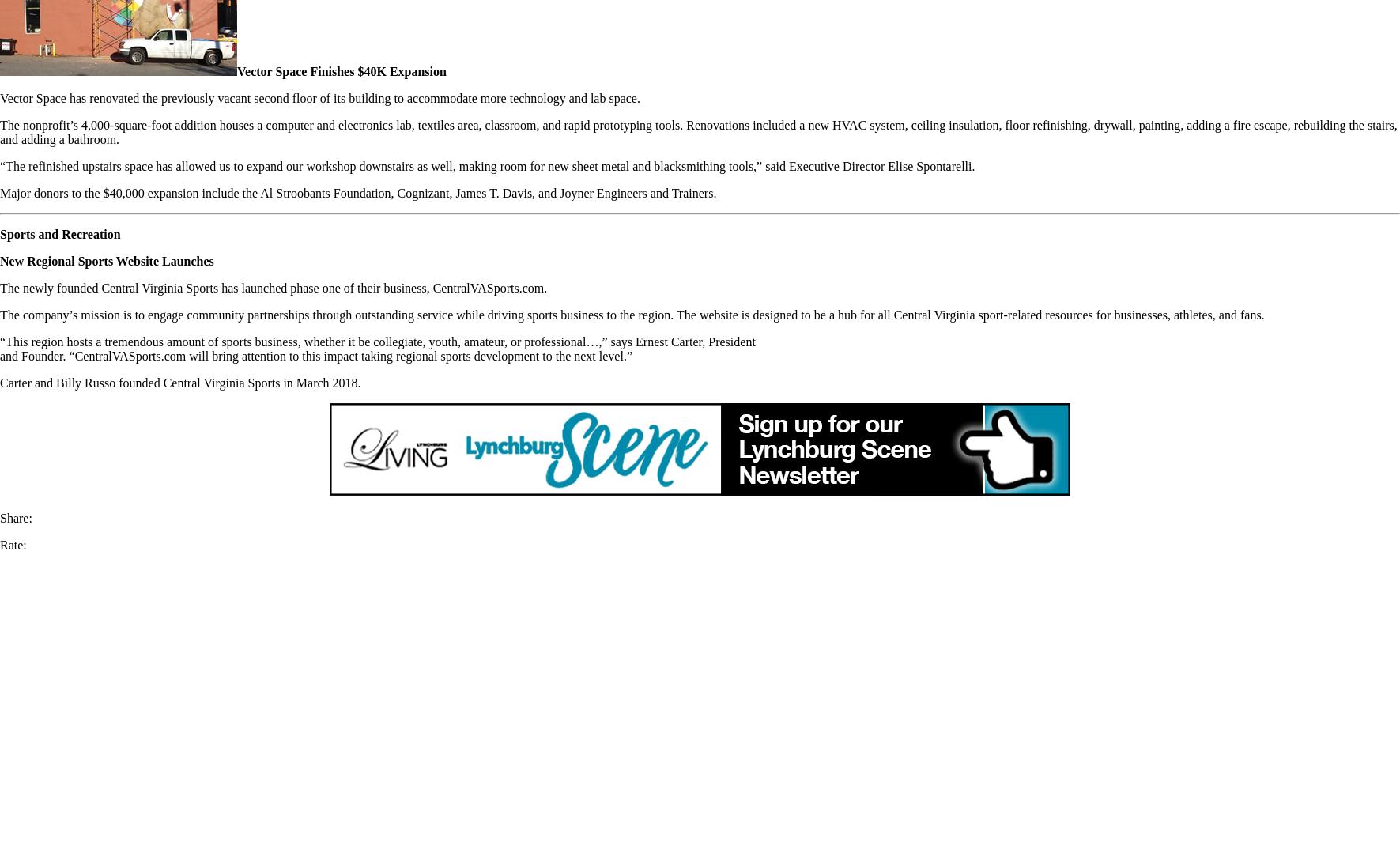 Image resolution: width=1400 pixels, height=842 pixels. What do you see at coordinates (0, 165) in the screenshot?
I see `'“The refinished upstairs space has allowed us to expand our workshop downstairs as well, making room for new sheet metal and blacksmithing tools,” said Executive Director Elise Spontarelli.'` at bounding box center [0, 165].